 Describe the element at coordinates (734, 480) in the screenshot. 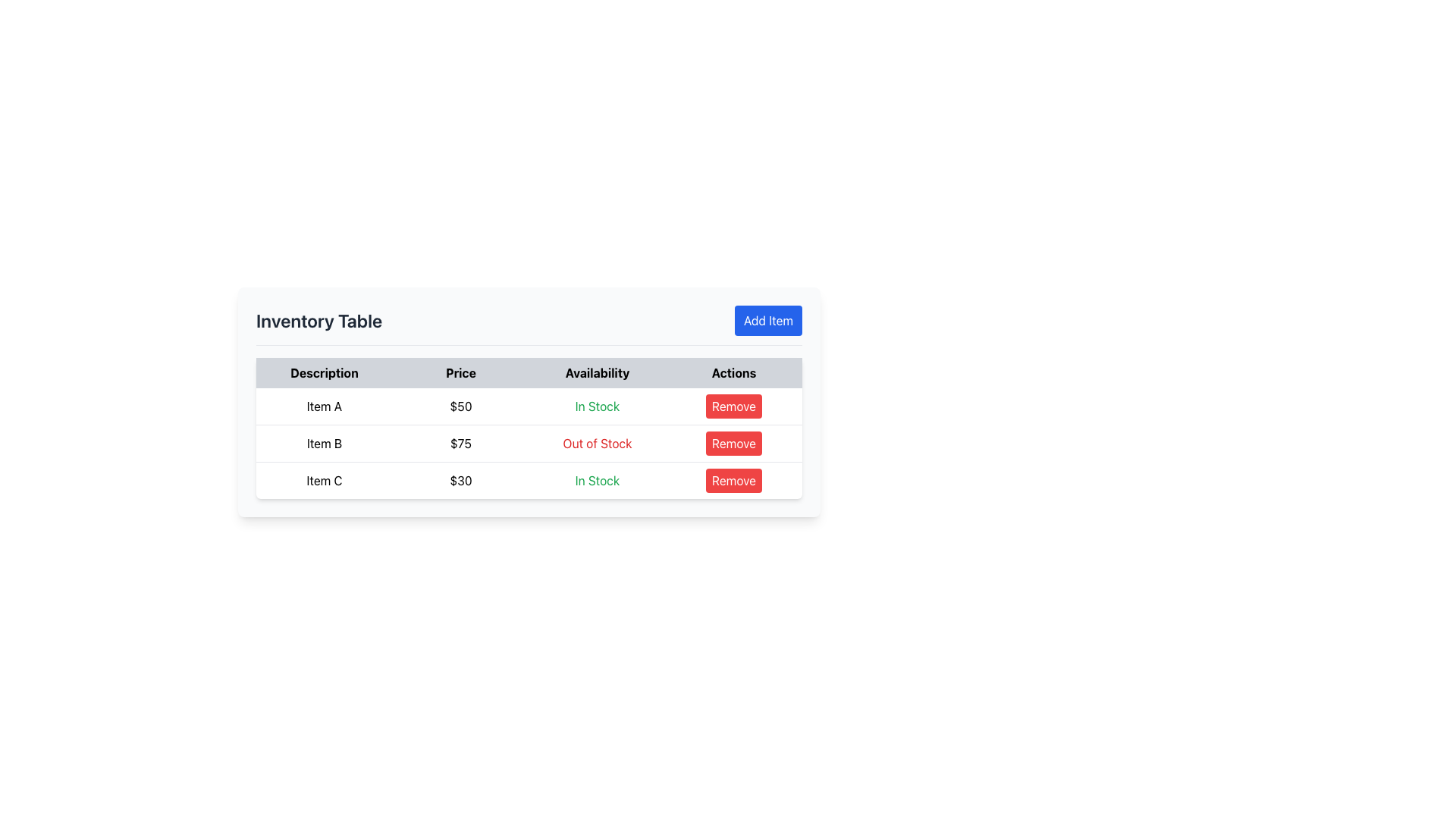

I see `the 'Remove' button associated with 'Item C' priced at $30 in the inventory table` at that location.